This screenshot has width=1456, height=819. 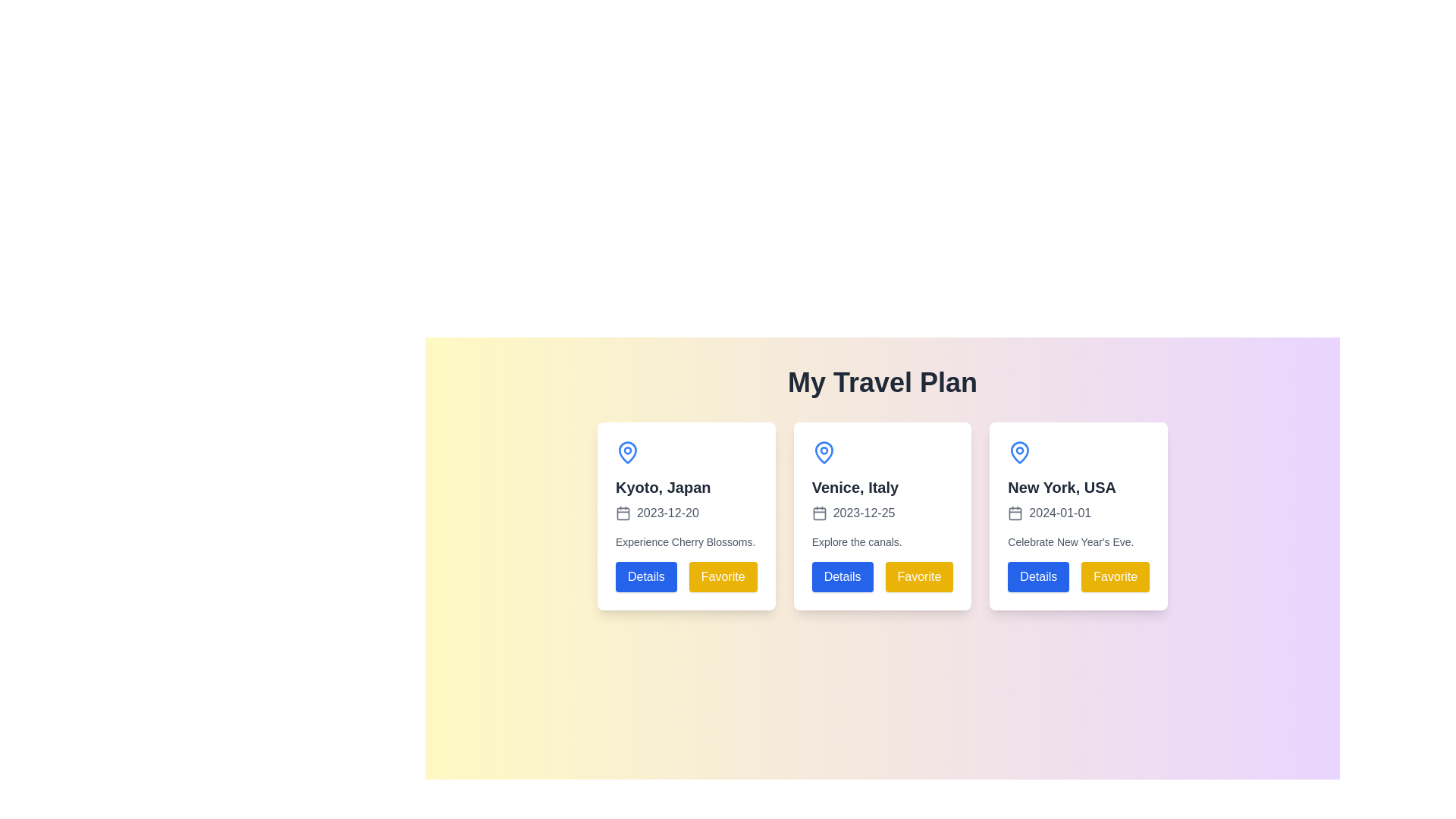 What do you see at coordinates (853, 513) in the screenshot?
I see `the date element in the second card representing 'Venice, Italy', which is located immediately below the location name` at bounding box center [853, 513].